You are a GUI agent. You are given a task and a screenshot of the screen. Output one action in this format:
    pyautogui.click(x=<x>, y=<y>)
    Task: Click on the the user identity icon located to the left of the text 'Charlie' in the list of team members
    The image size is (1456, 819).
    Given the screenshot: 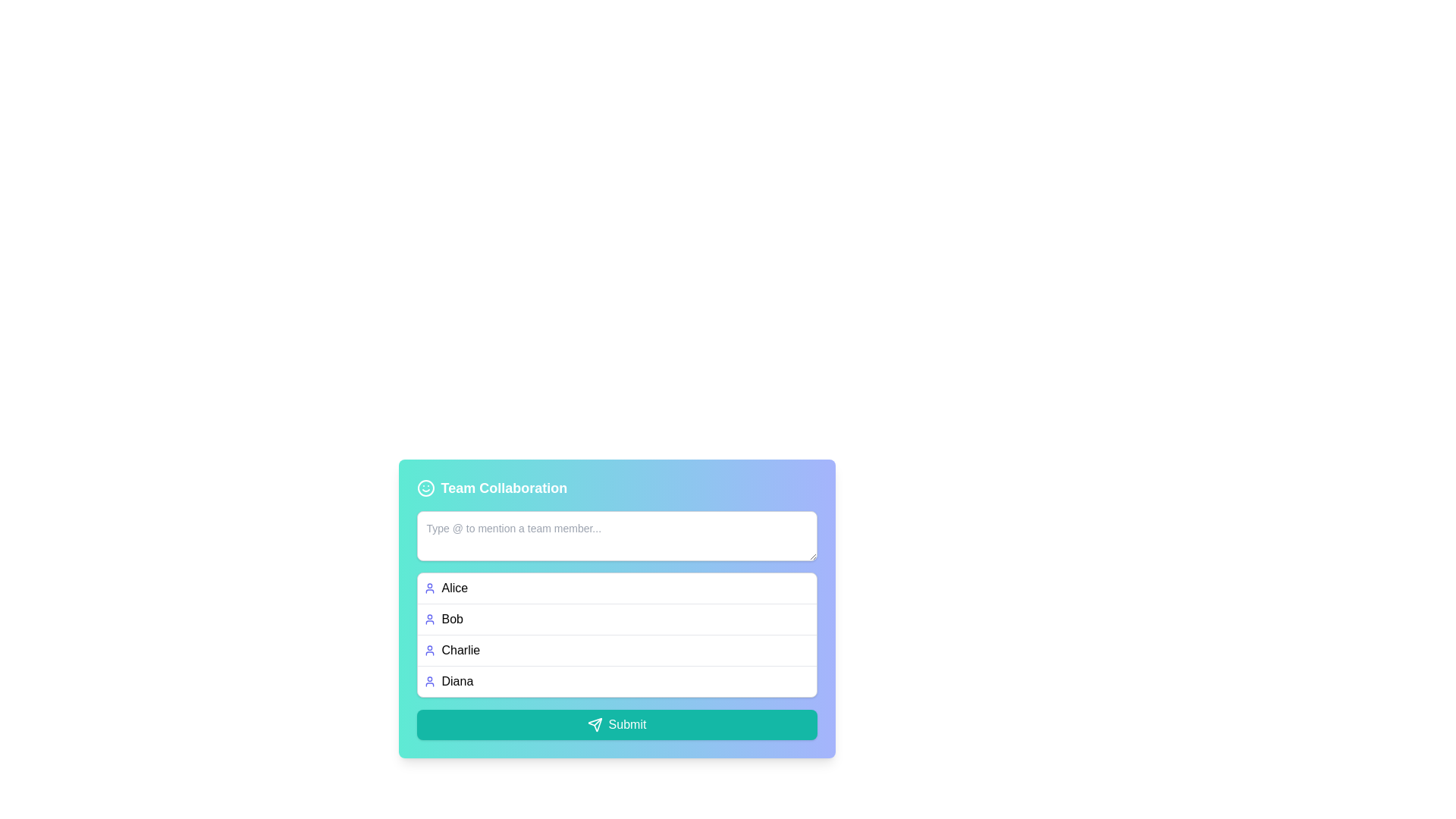 What is the action you would take?
    pyautogui.click(x=428, y=649)
    